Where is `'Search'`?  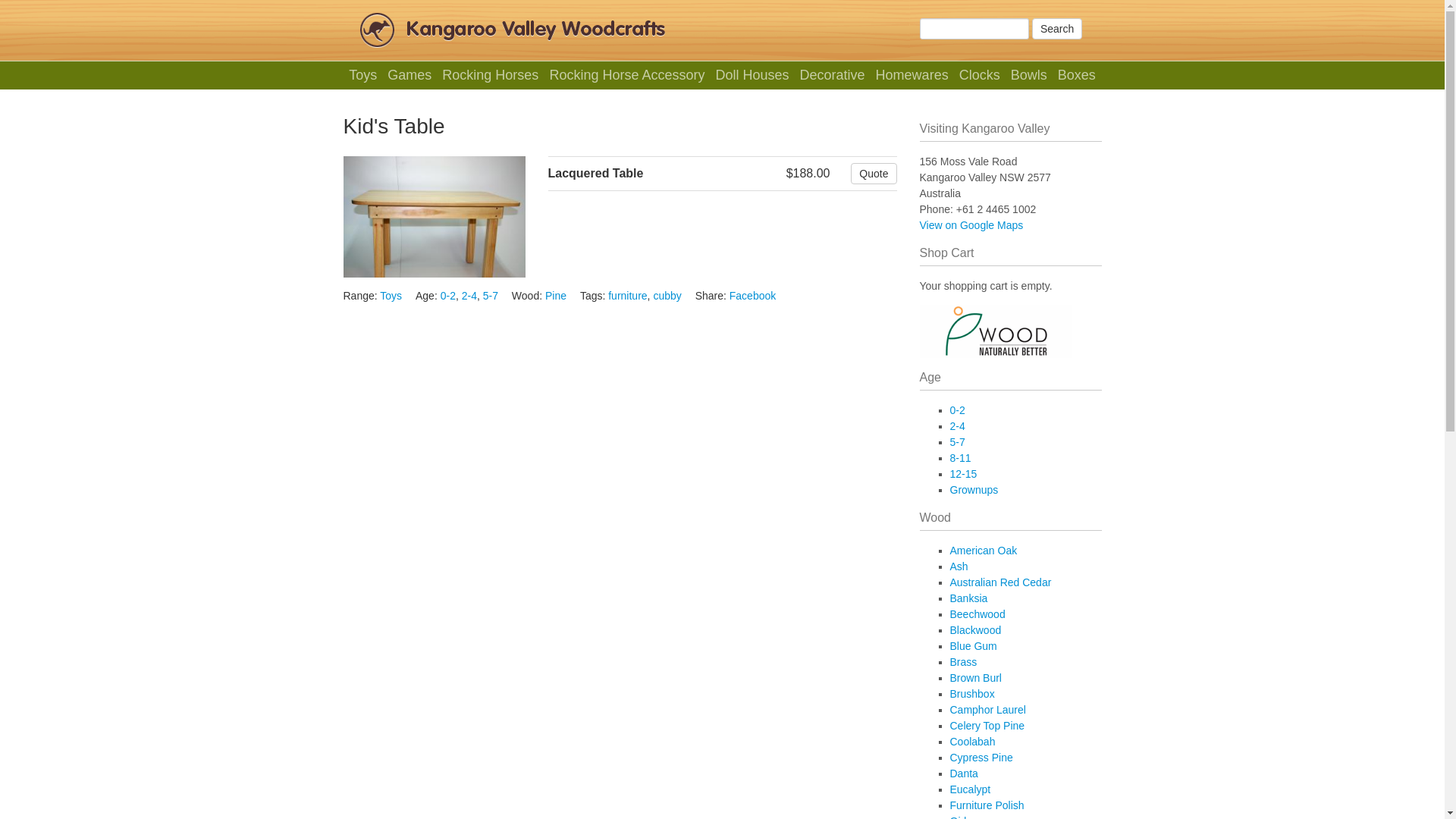
'Search' is located at coordinates (1056, 29).